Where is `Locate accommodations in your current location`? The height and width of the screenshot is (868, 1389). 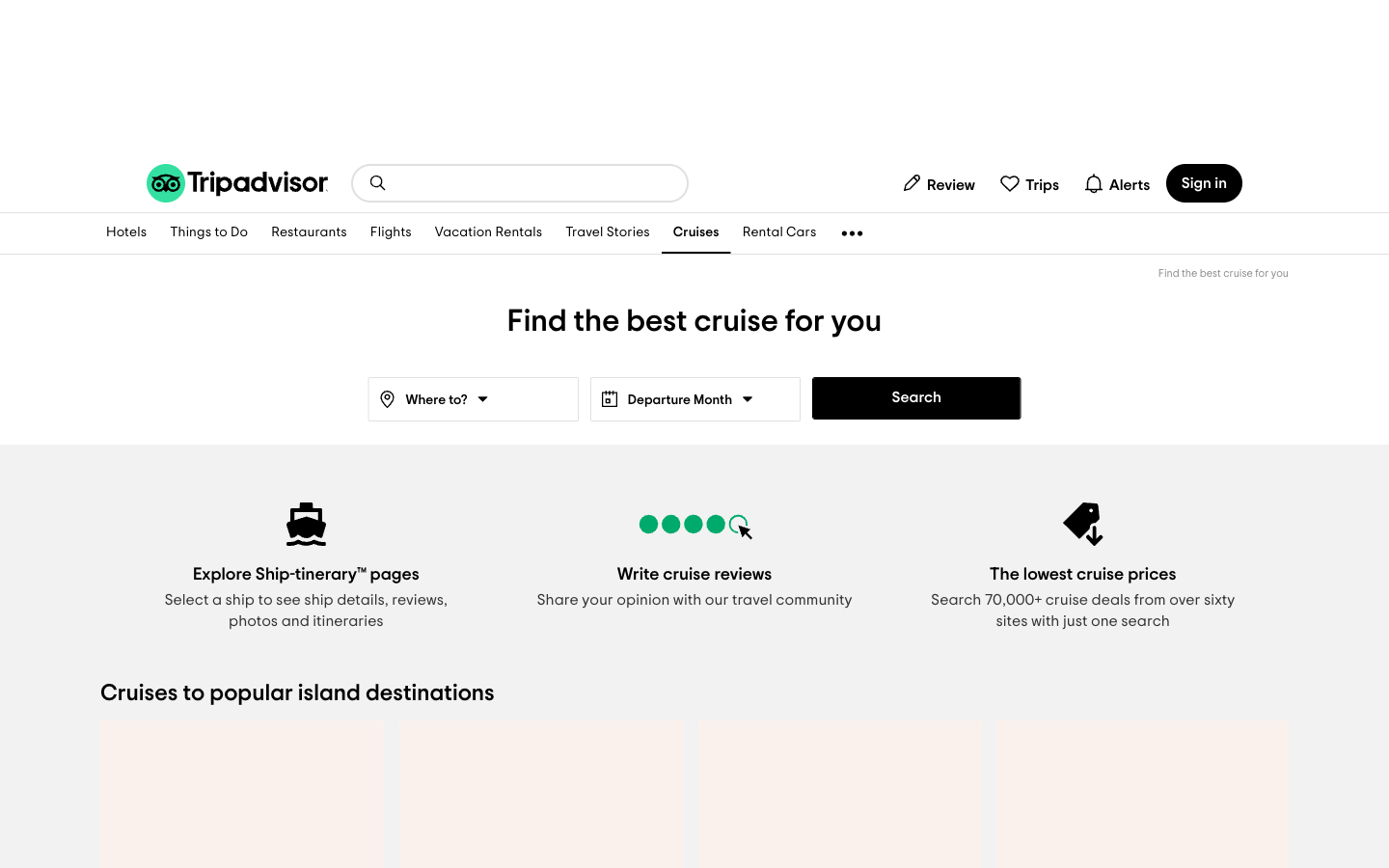
Locate accommodations in your current location is located at coordinates (125, 232).